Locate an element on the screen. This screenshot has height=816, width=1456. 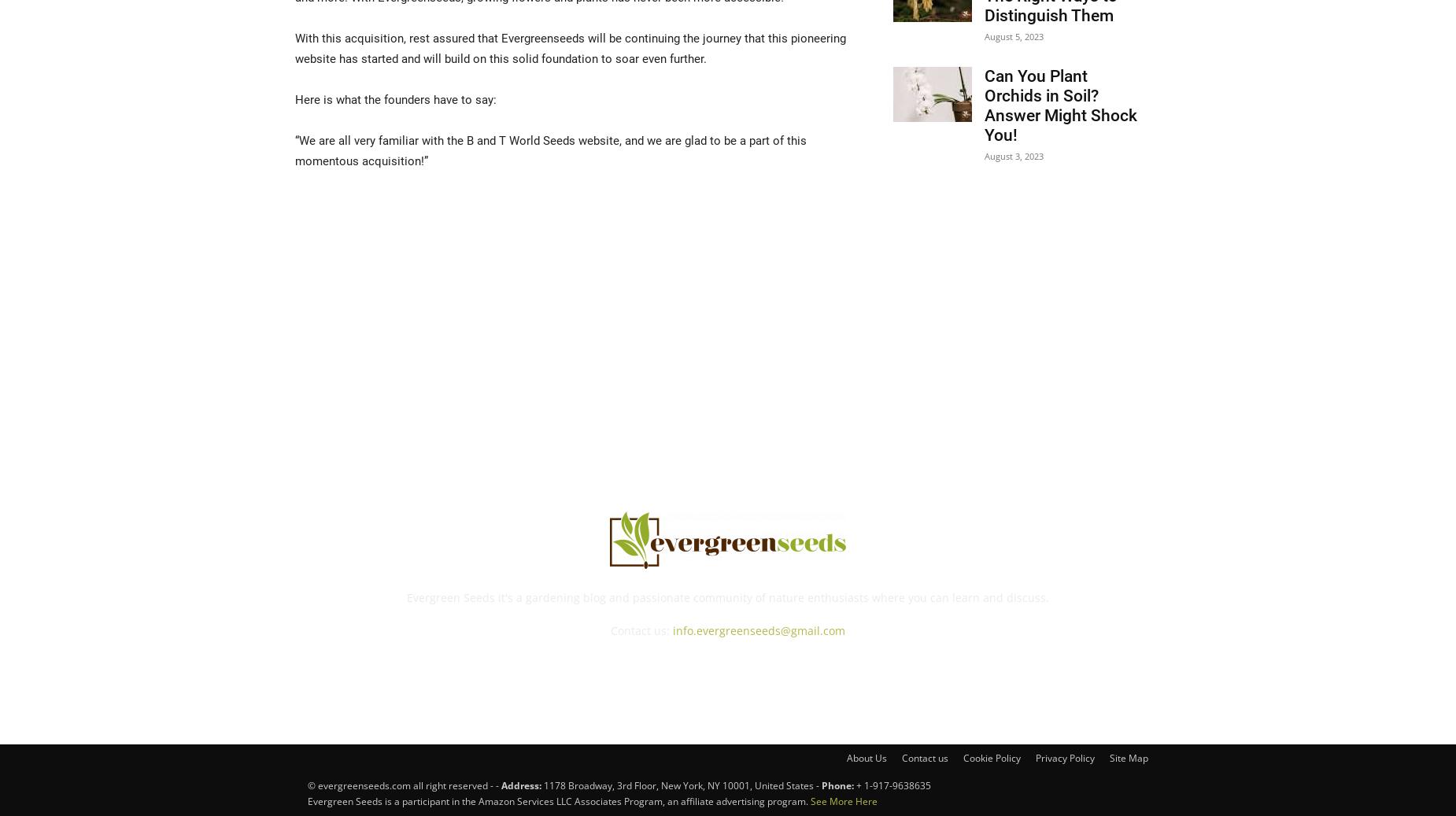
'Address:' is located at coordinates (522, 785).